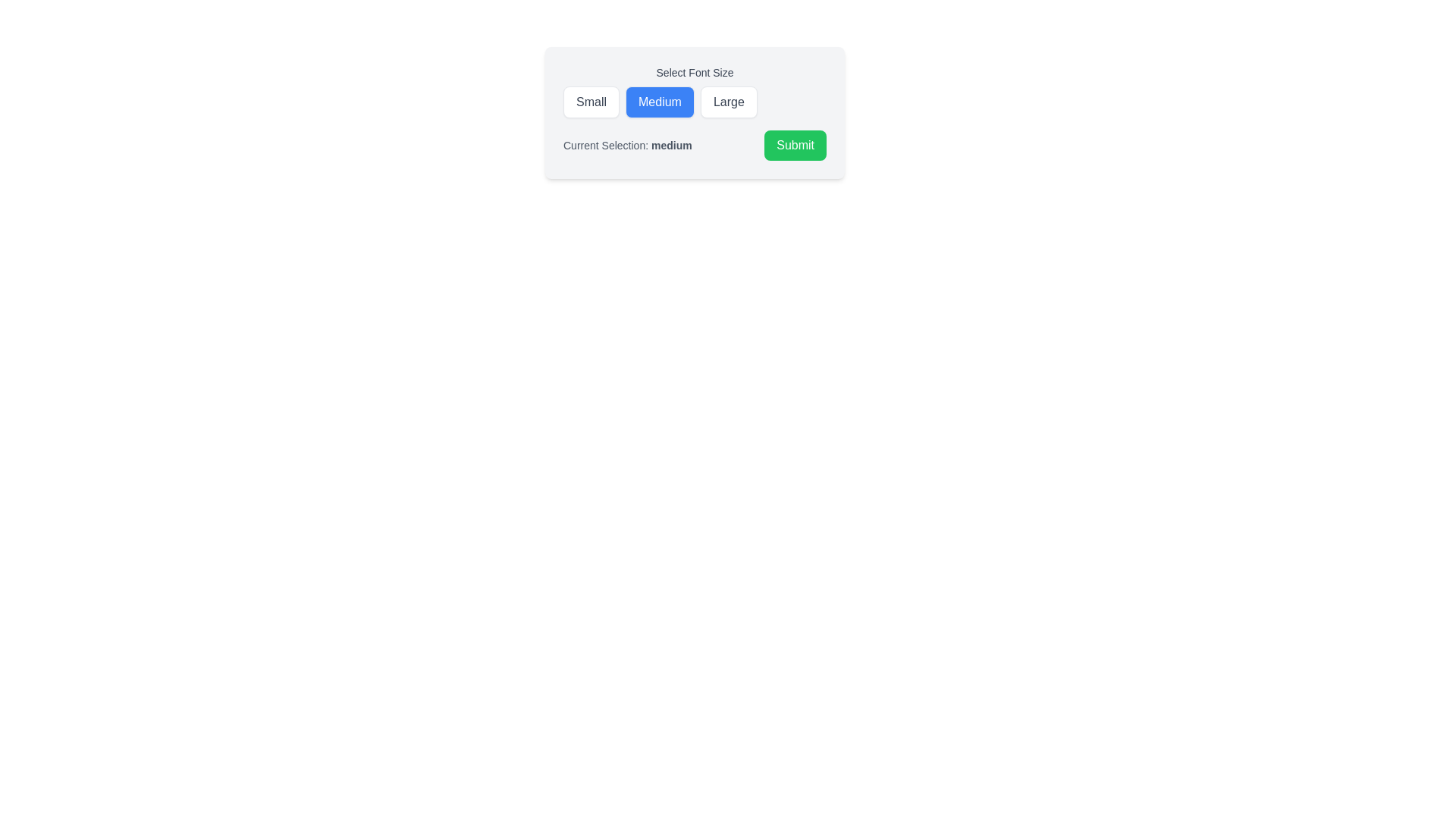  What do you see at coordinates (729, 102) in the screenshot?
I see `the button labeled 'Large' which is a rounded rectangle with dark gray text on a white background, located to the right of the 'Medium' button` at bounding box center [729, 102].